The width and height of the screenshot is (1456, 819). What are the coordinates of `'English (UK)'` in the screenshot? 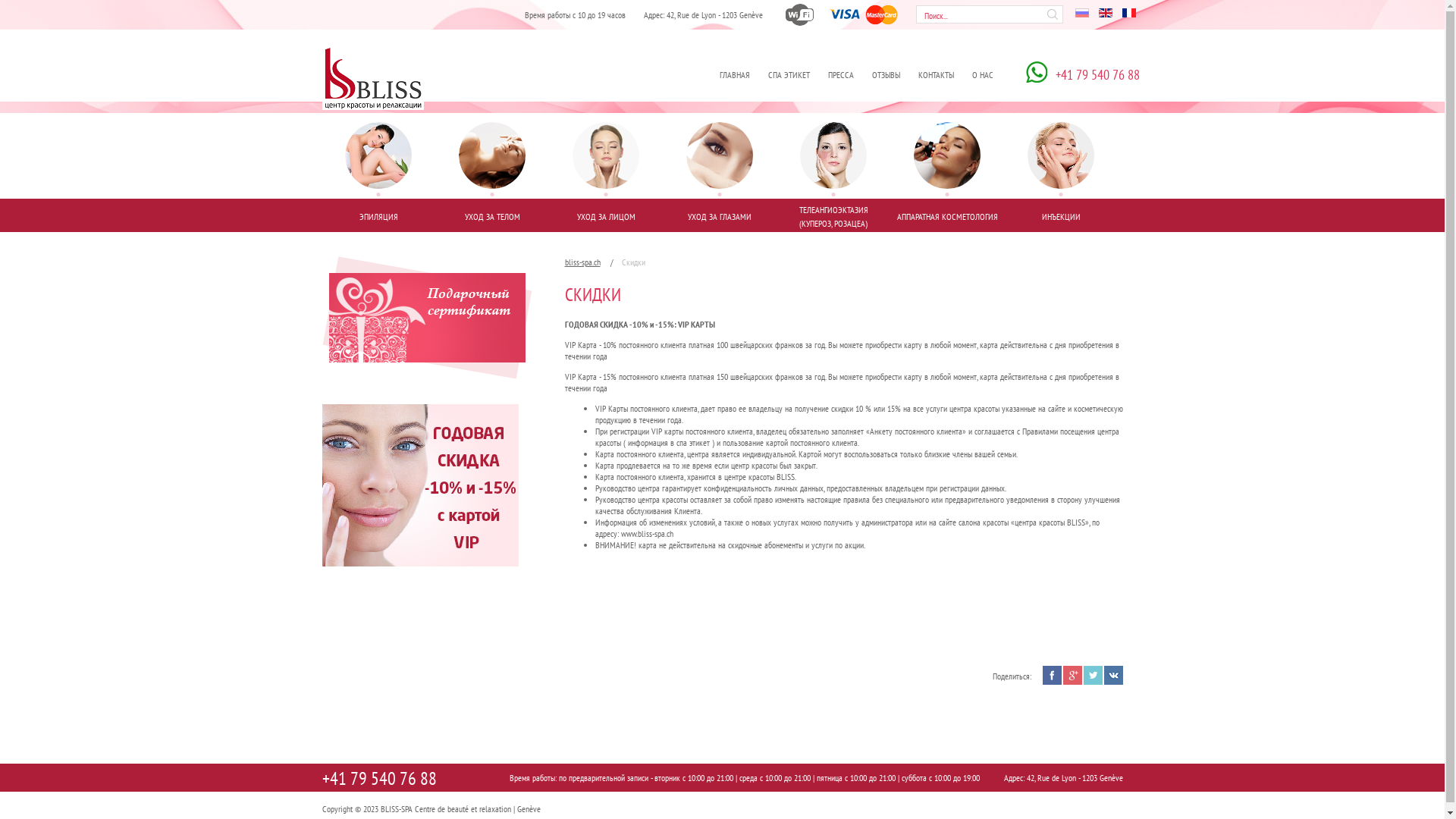 It's located at (1105, 12).